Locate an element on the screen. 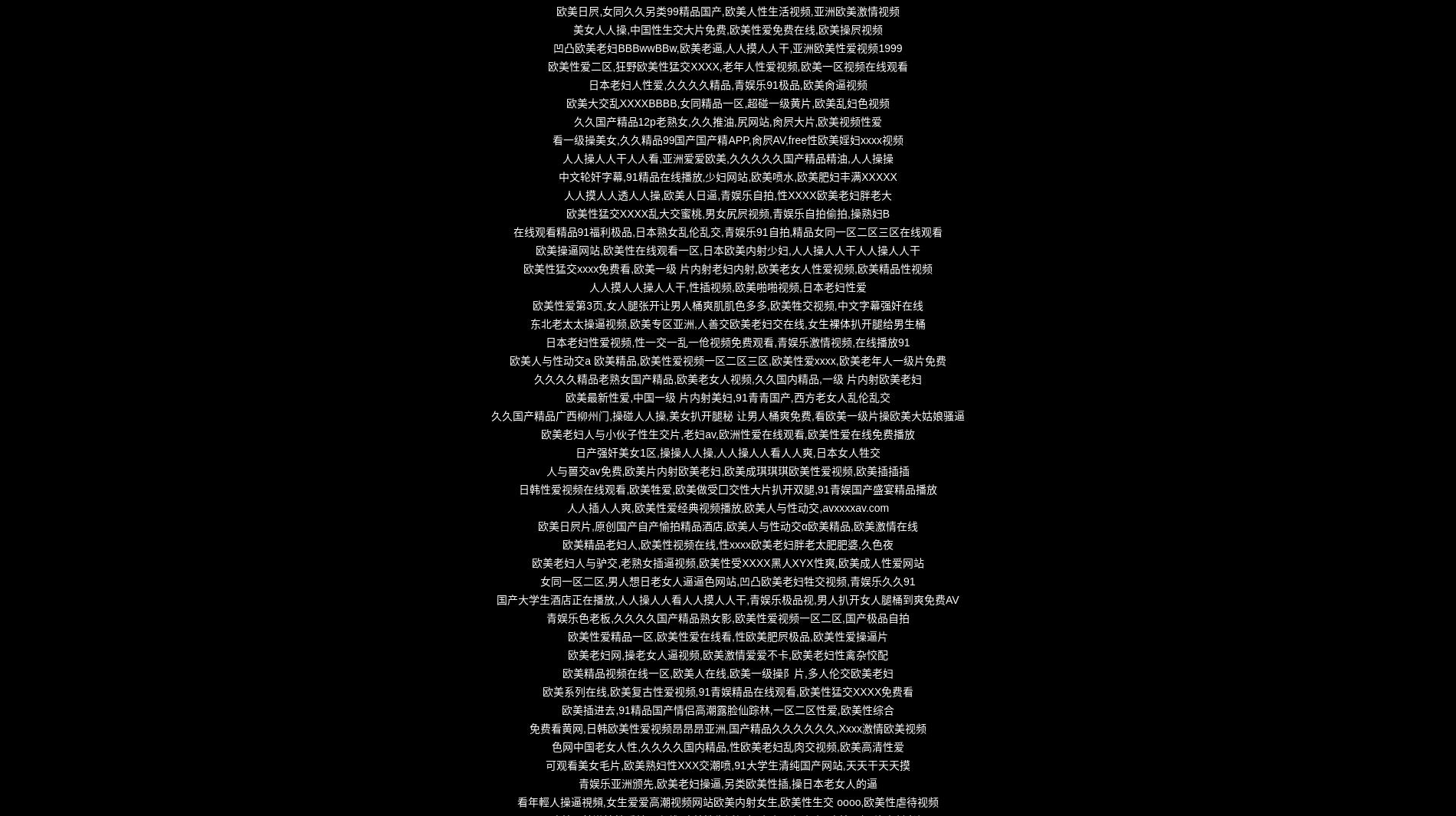 The height and width of the screenshot is (816, 1456). '欧美精品视频在线一区,欧美人在线,欧美一级操阝片,多人伦交欧美老妇' is located at coordinates (726, 673).